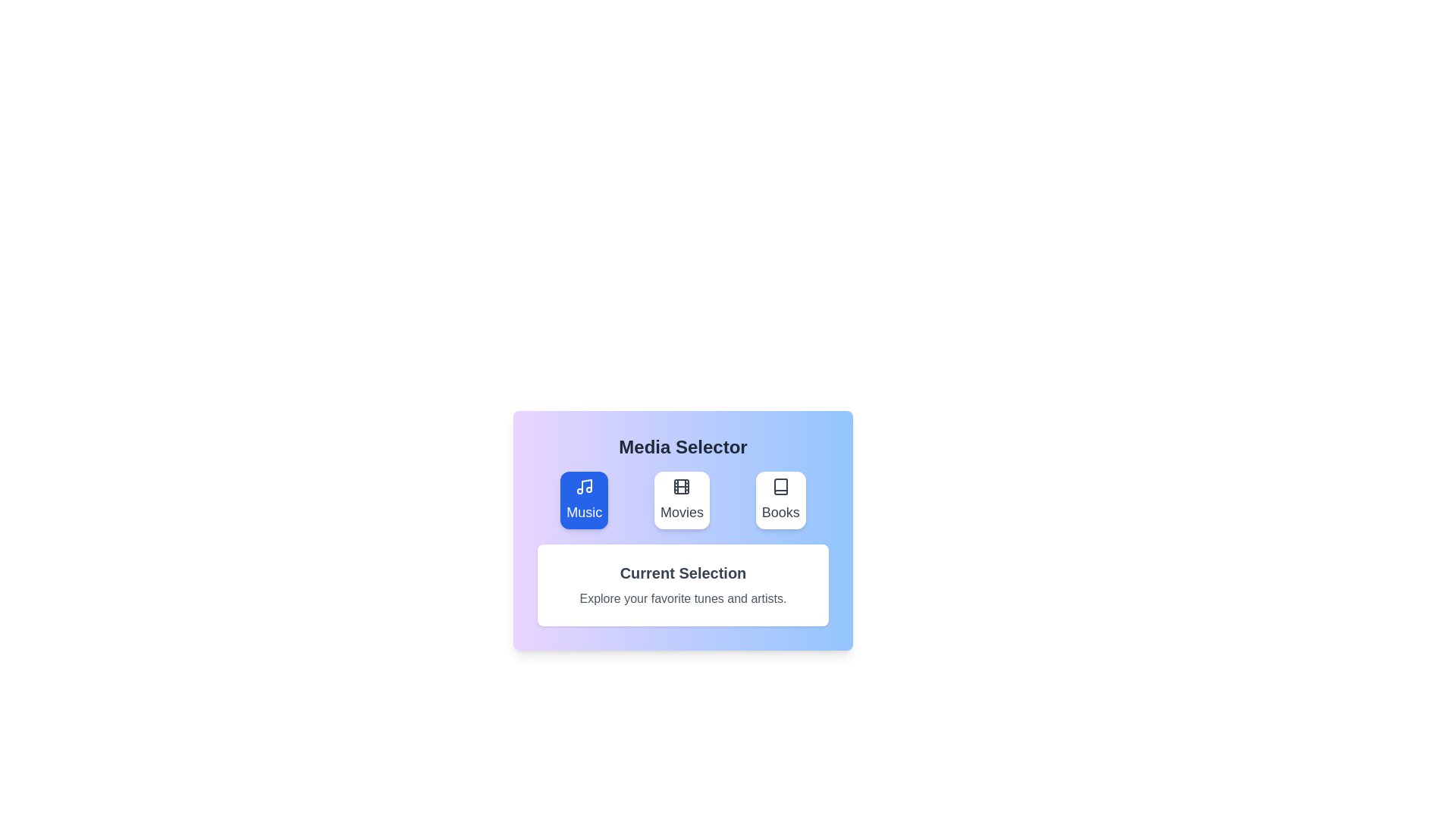 The width and height of the screenshot is (1456, 819). What do you see at coordinates (681, 486) in the screenshot?
I see `the central SVG graphic shape of the Movies selection icon located at the top center of the Media Selector interface` at bounding box center [681, 486].